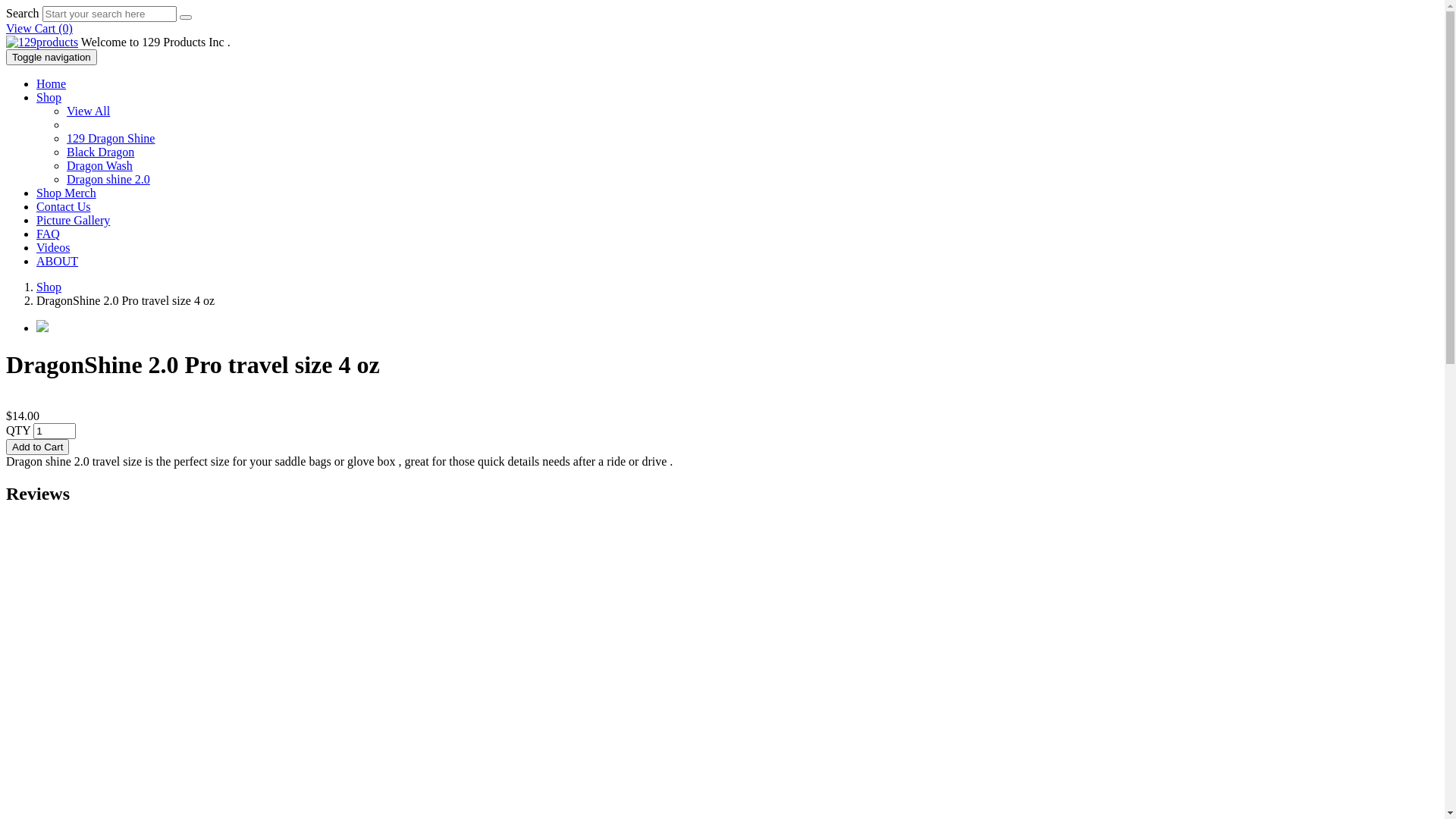 This screenshot has width=1456, height=819. Describe the element at coordinates (109, 138) in the screenshot. I see `'129 Dragon Shine'` at that location.